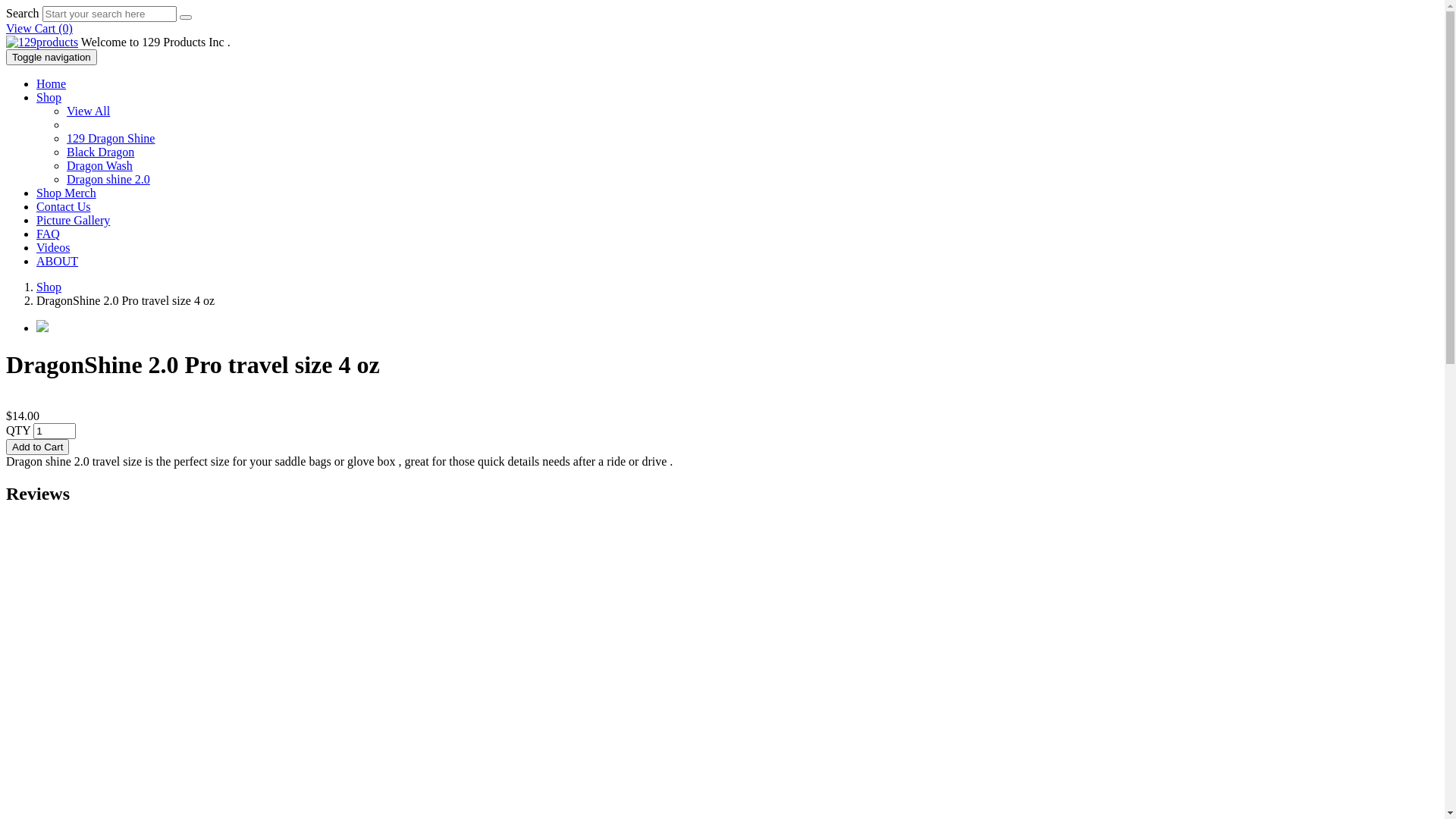 This screenshot has width=1456, height=819. Describe the element at coordinates (109, 138) in the screenshot. I see `'129 Dragon Shine'` at that location.